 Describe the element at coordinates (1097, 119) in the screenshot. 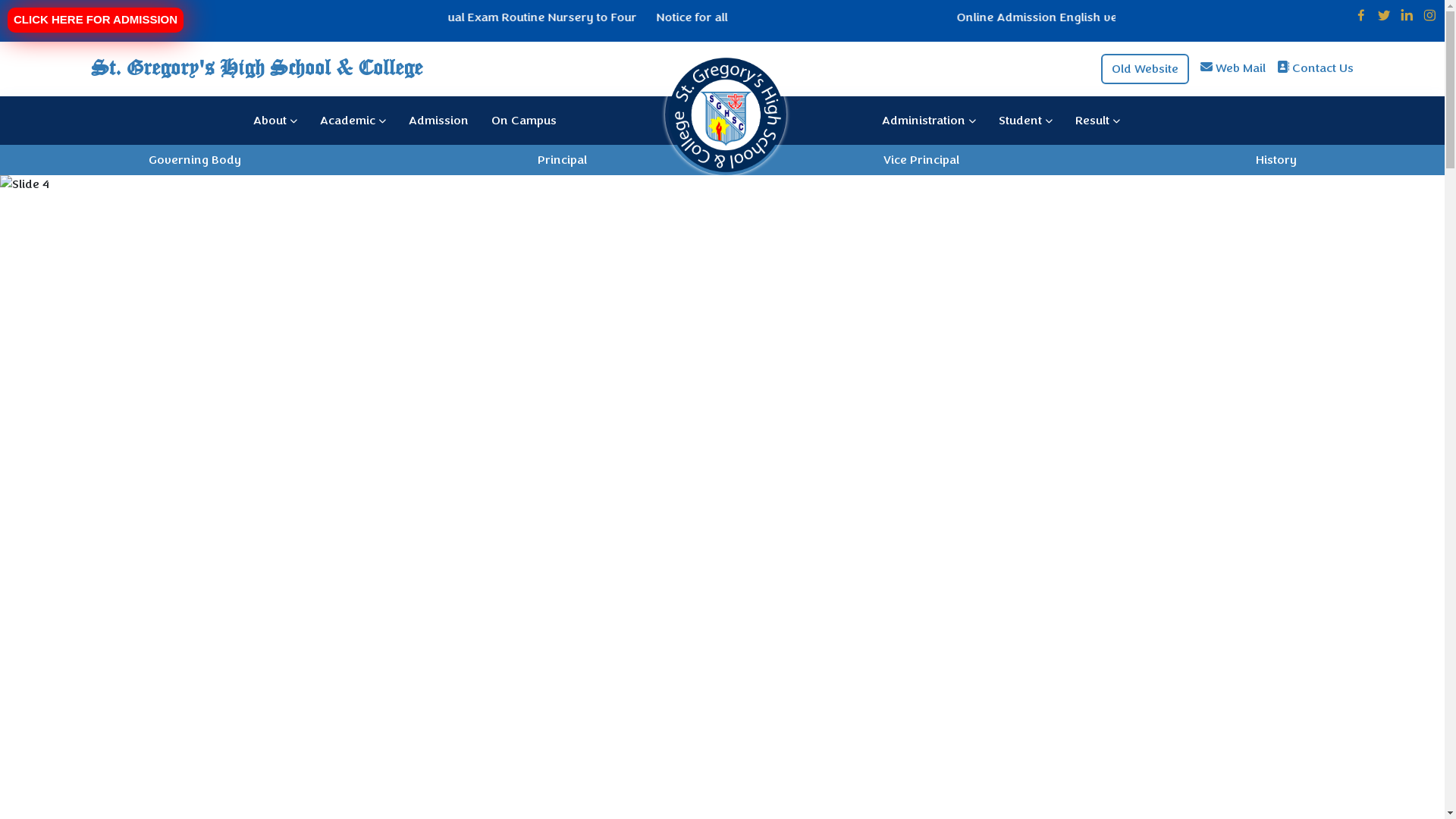

I see `'Result'` at that location.